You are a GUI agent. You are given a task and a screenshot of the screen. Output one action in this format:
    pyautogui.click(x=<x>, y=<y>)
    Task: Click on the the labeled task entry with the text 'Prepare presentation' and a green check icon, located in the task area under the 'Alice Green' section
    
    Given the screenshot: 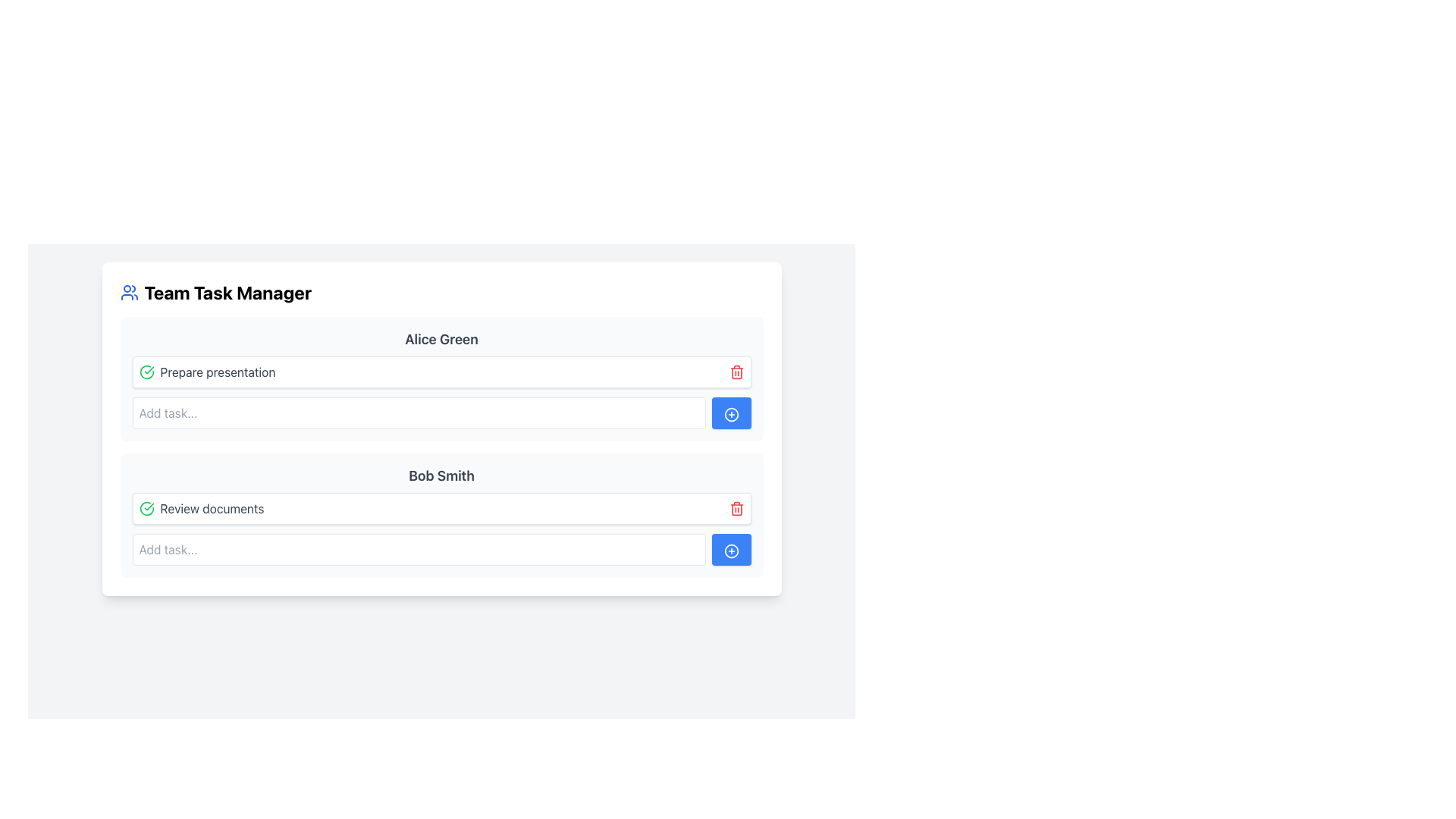 What is the action you would take?
    pyautogui.click(x=206, y=372)
    